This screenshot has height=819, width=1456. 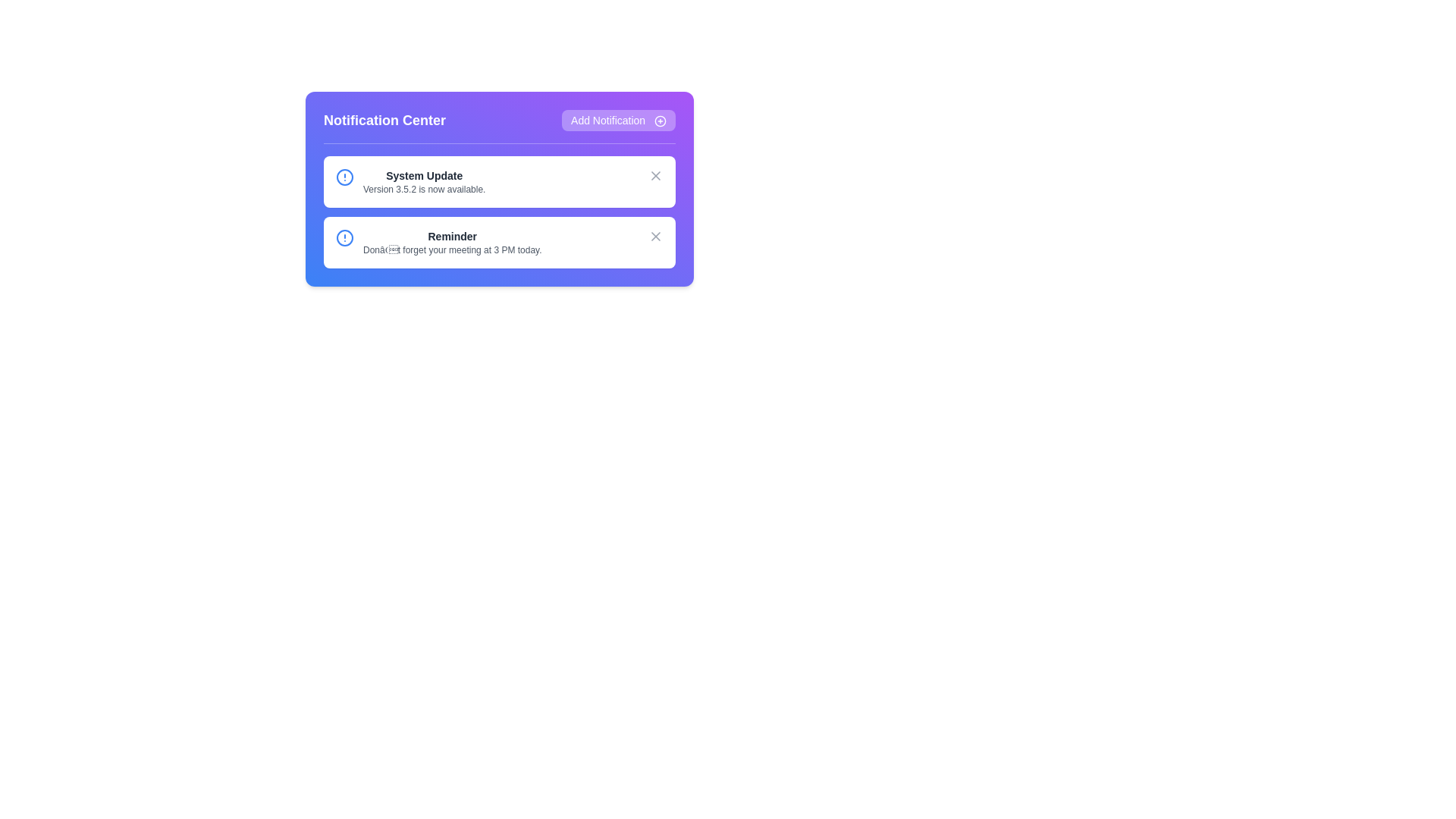 I want to click on the Text label providing additional details related to the 'Reminder' notification, which is located within the notification card below the title 'Reminder', so click(x=451, y=249).